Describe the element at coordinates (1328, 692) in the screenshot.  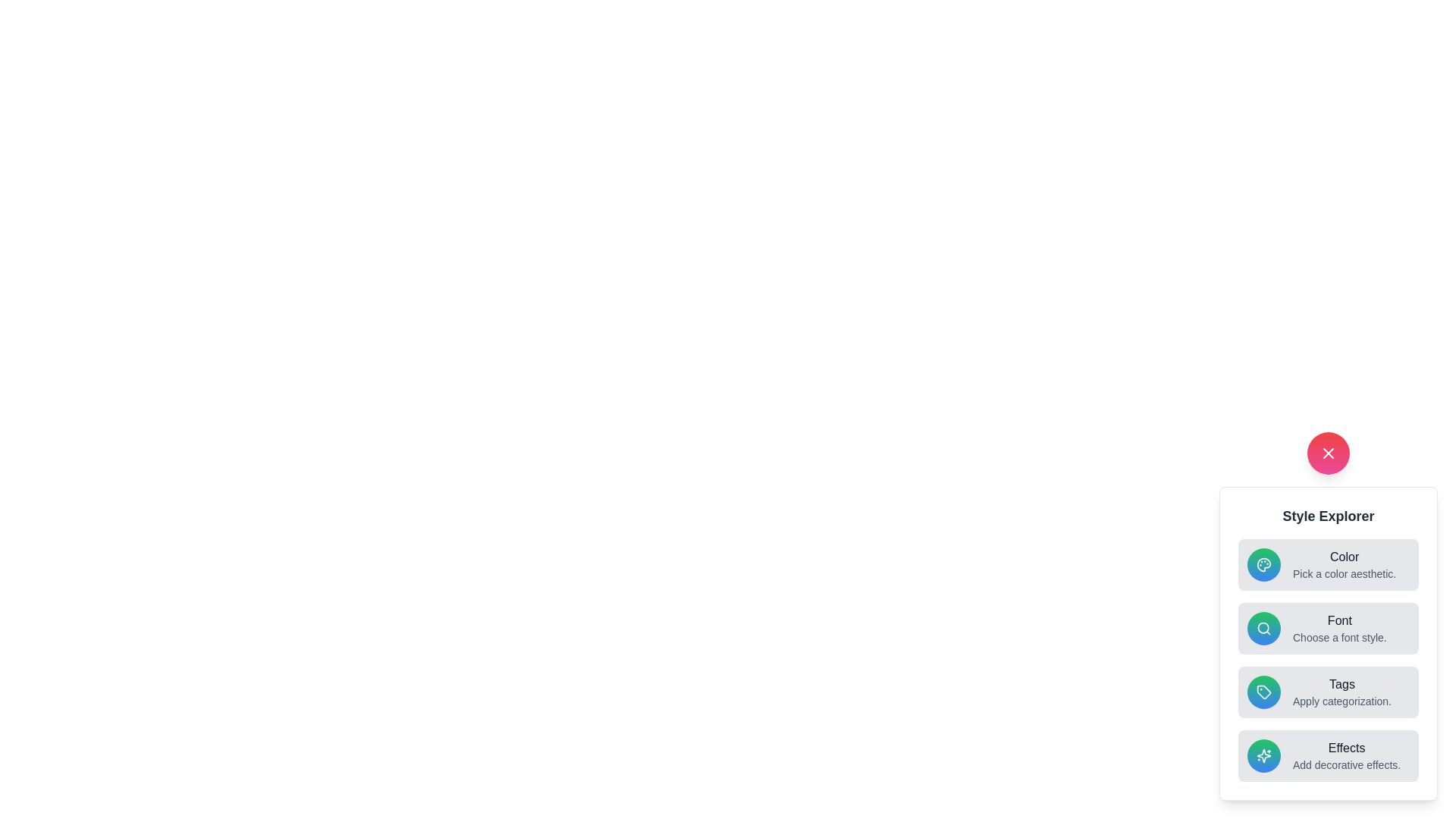
I see `the style option labeled Tags` at that location.